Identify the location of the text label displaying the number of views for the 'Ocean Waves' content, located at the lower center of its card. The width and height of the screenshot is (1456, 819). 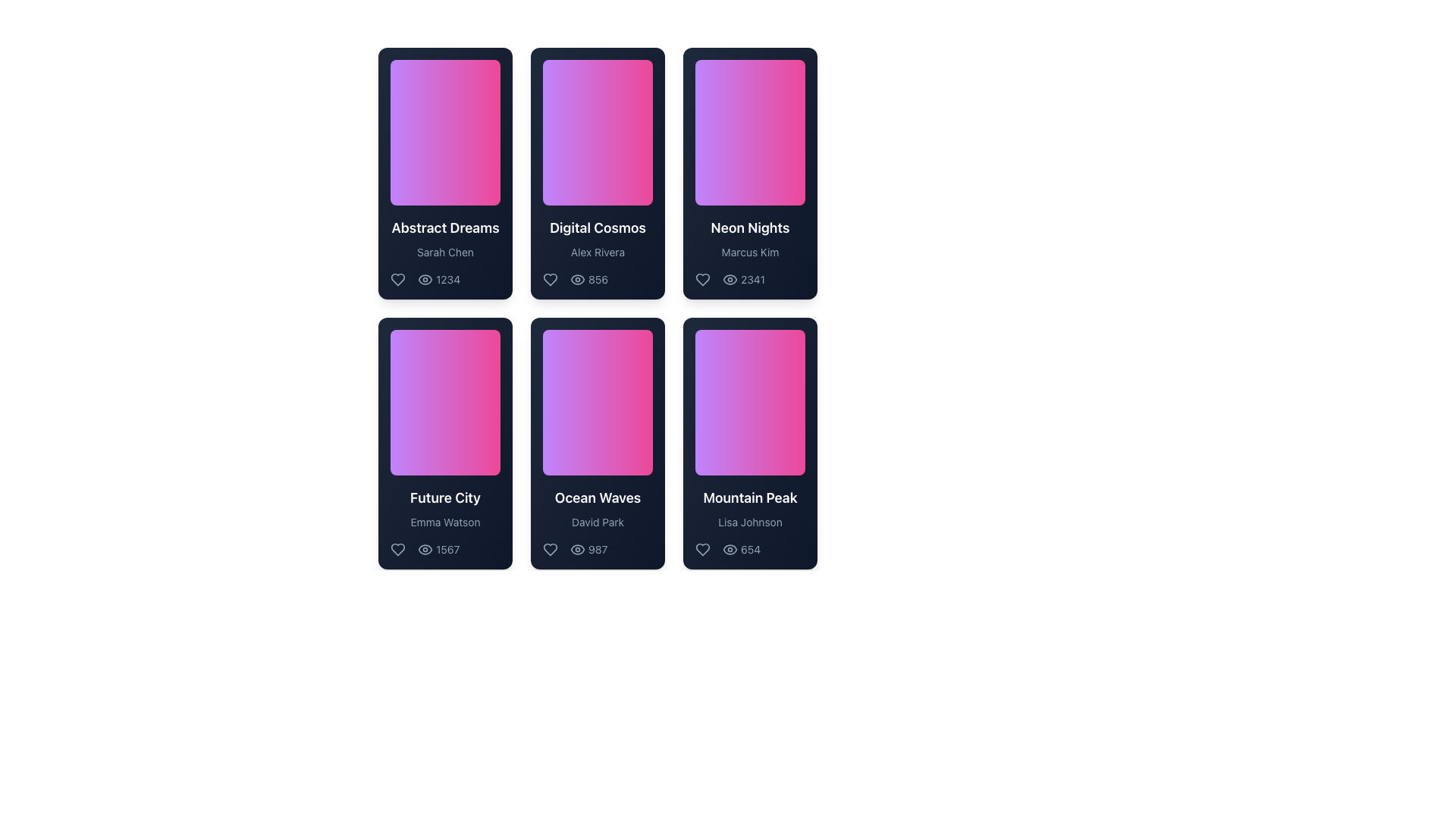
(574, 550).